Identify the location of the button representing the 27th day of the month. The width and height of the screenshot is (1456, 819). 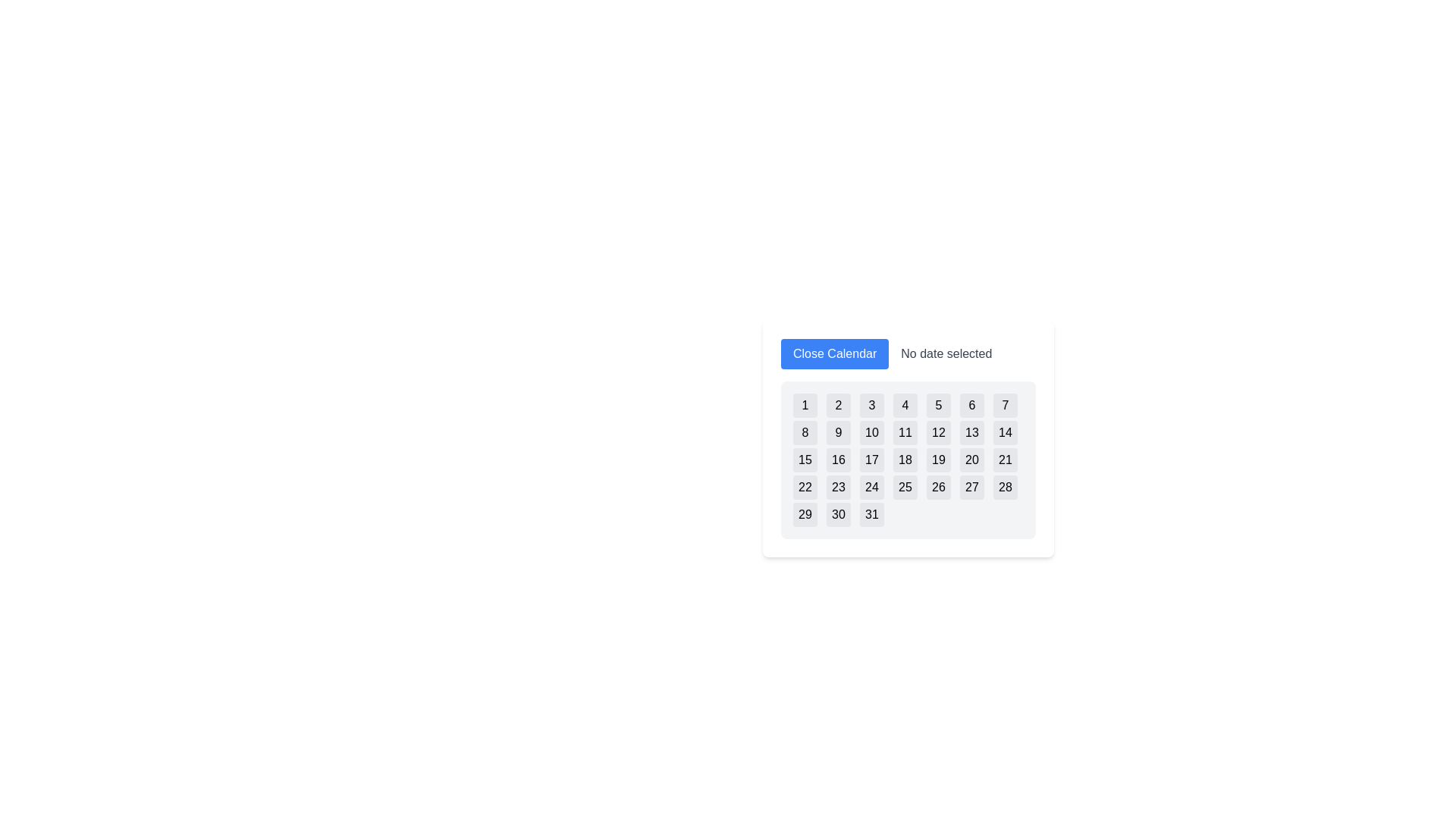
(971, 488).